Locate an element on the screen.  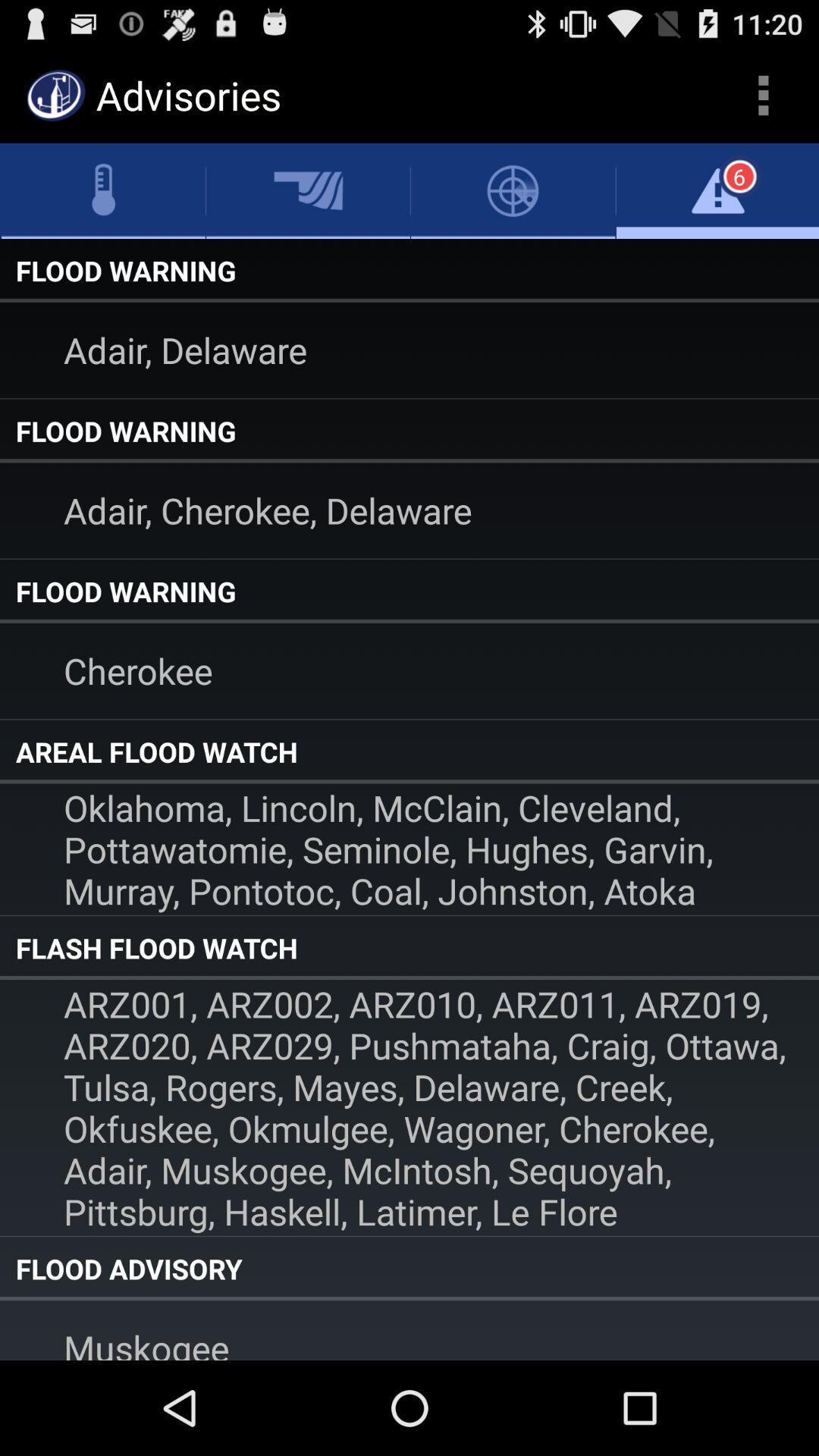
the muskogee app is located at coordinates (409, 1329).